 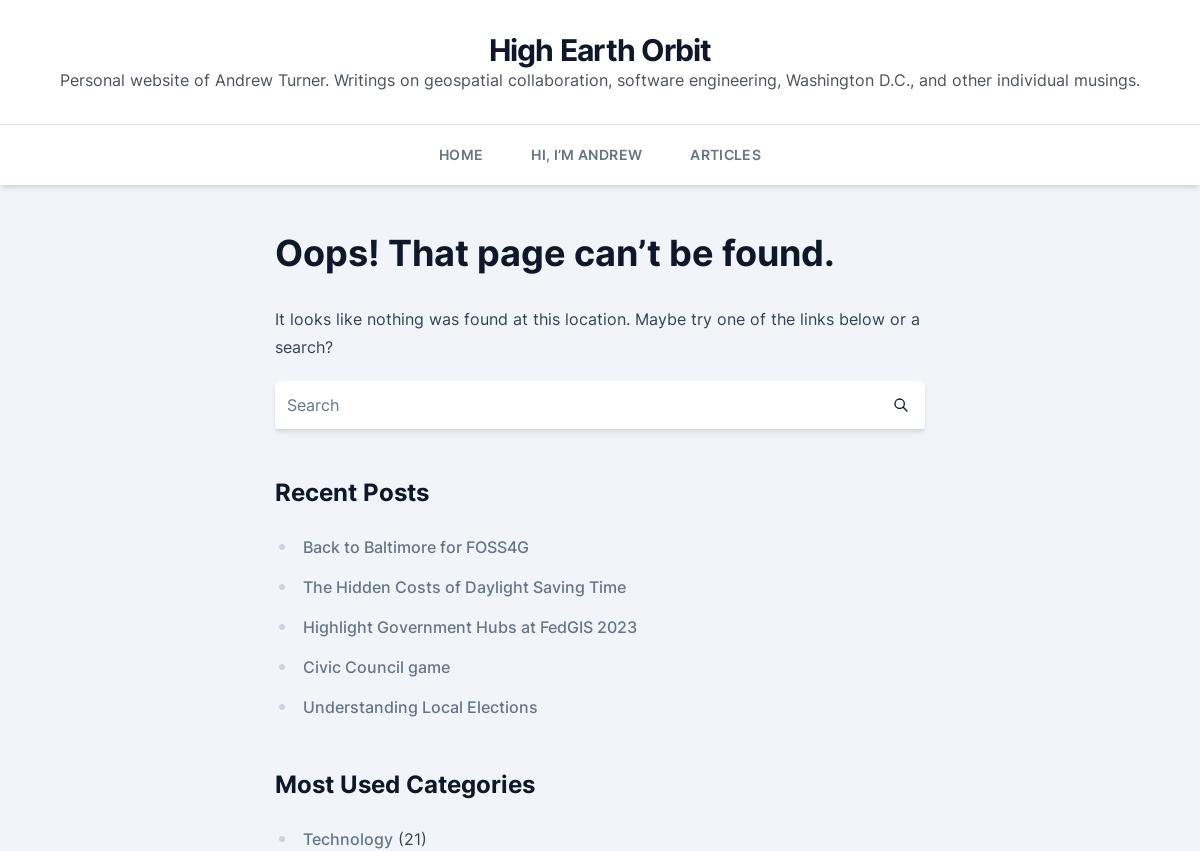 What do you see at coordinates (690, 154) in the screenshot?
I see `'Articles'` at bounding box center [690, 154].